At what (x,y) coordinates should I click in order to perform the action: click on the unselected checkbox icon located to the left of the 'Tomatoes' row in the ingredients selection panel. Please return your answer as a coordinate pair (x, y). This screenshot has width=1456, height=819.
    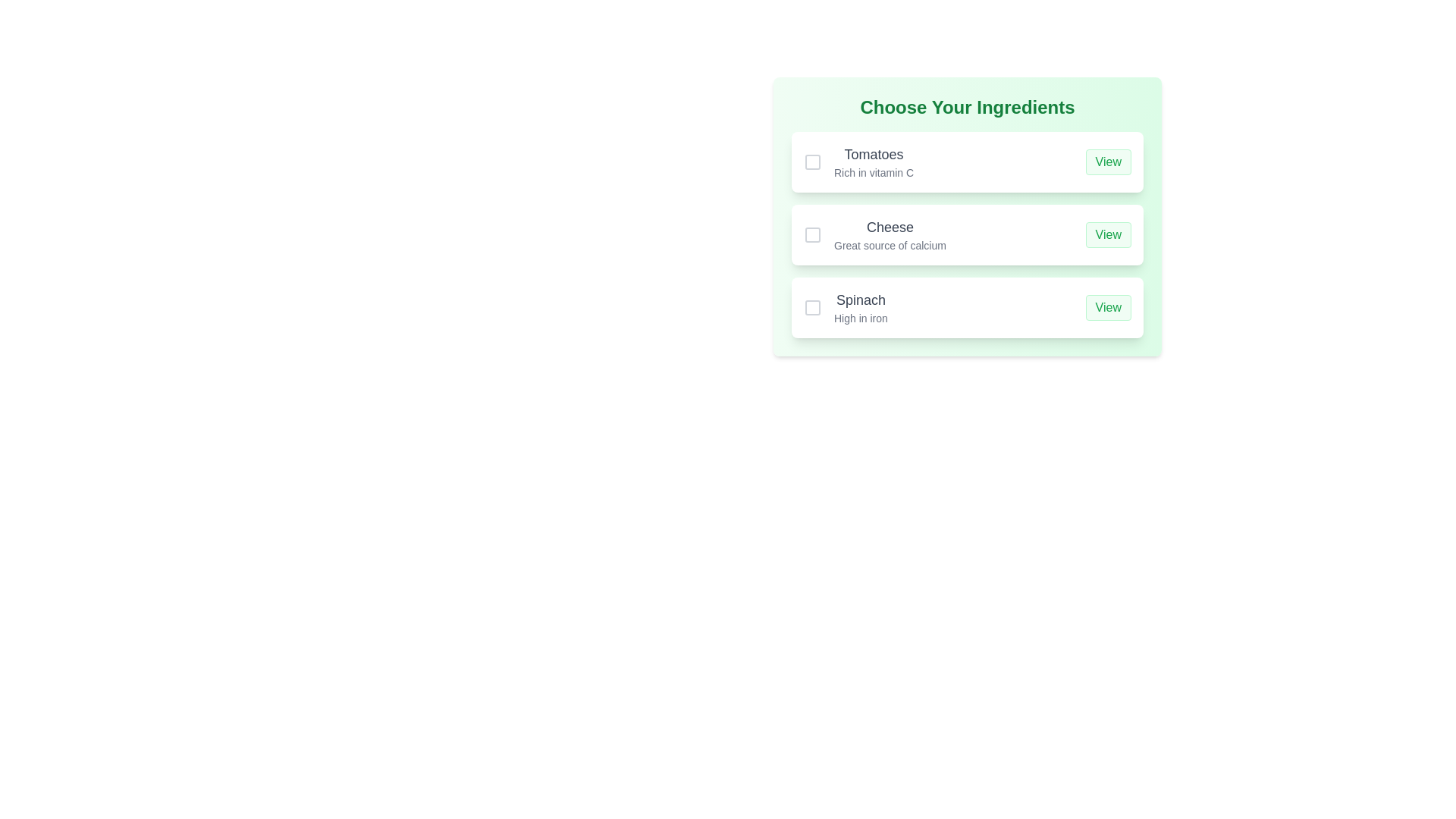
    Looking at the image, I should click on (811, 162).